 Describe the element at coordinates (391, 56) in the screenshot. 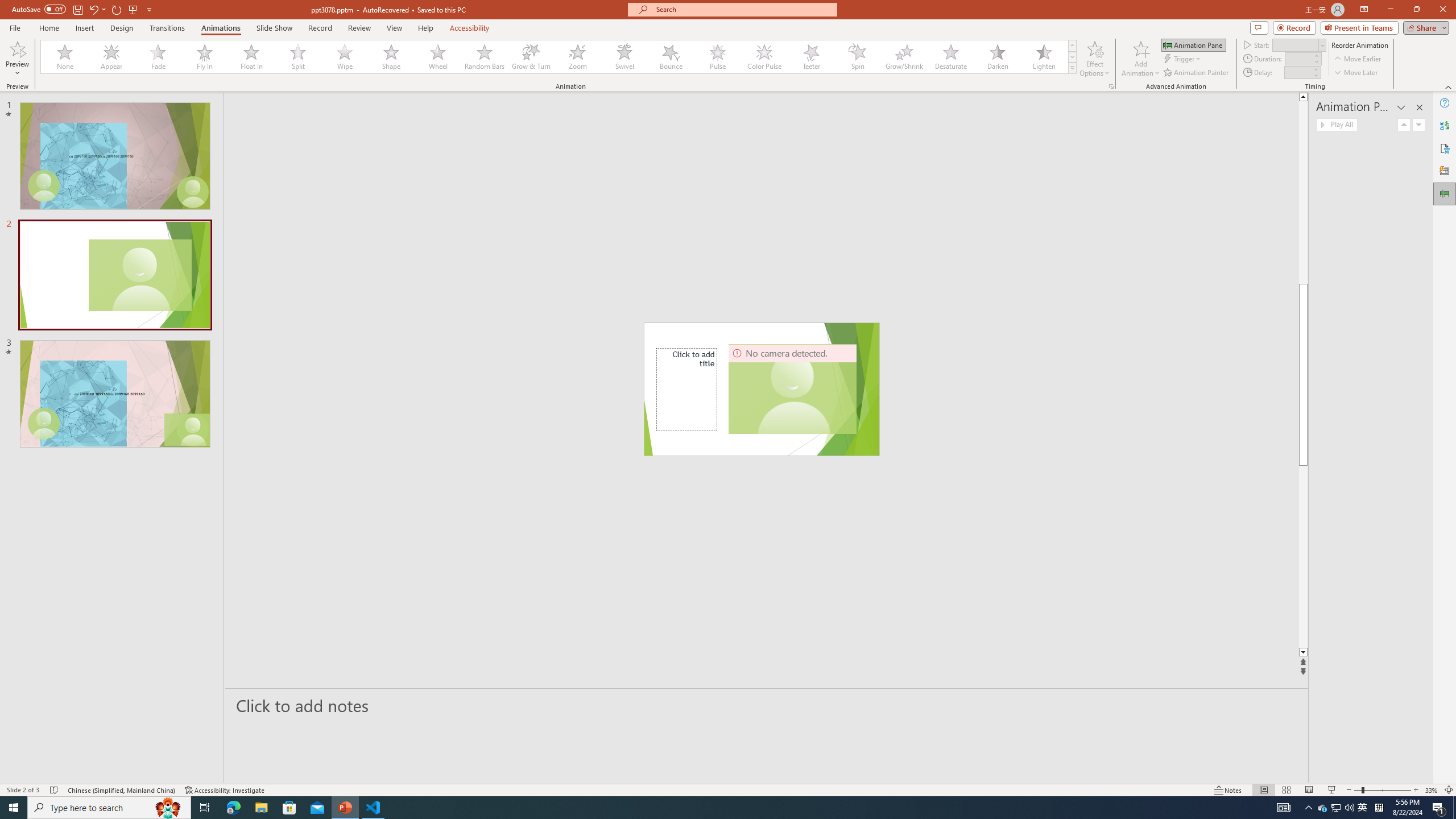

I see `'Shape'` at that location.